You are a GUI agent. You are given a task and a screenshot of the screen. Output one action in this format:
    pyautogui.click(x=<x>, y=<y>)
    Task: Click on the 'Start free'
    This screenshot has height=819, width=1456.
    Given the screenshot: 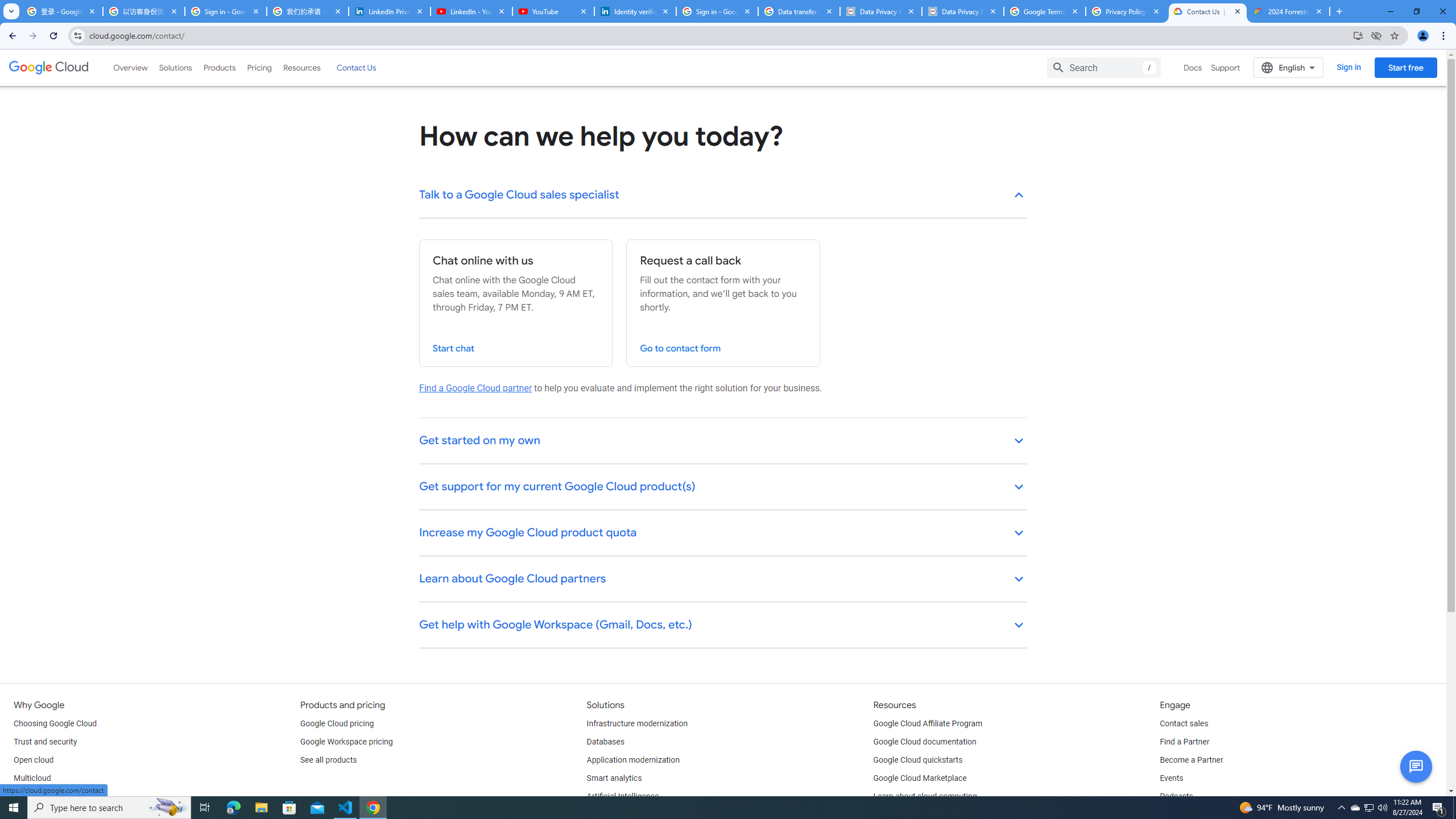 What is the action you would take?
    pyautogui.click(x=1405, y=67)
    